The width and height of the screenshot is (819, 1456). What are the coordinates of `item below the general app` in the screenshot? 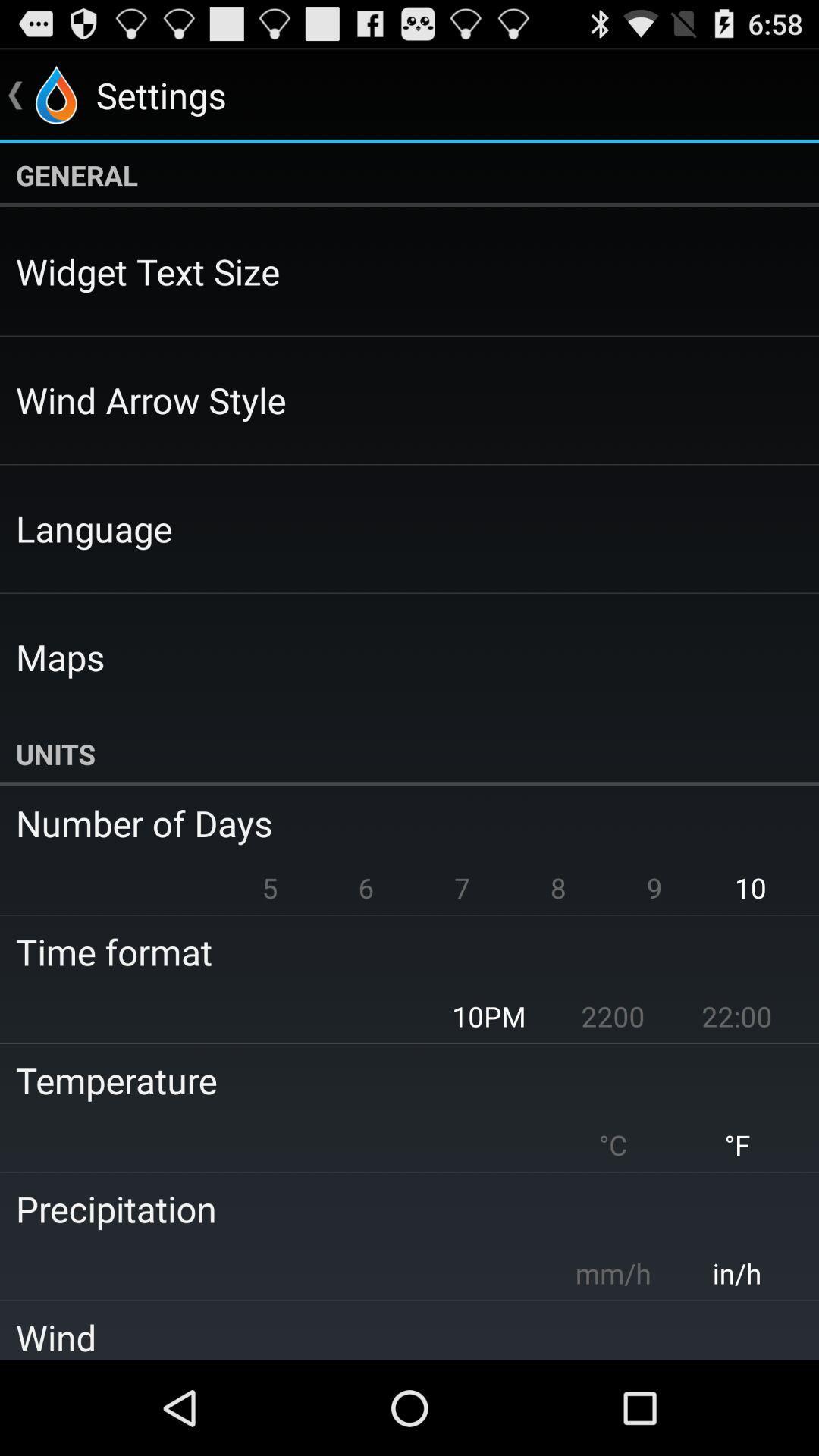 It's located at (148, 271).